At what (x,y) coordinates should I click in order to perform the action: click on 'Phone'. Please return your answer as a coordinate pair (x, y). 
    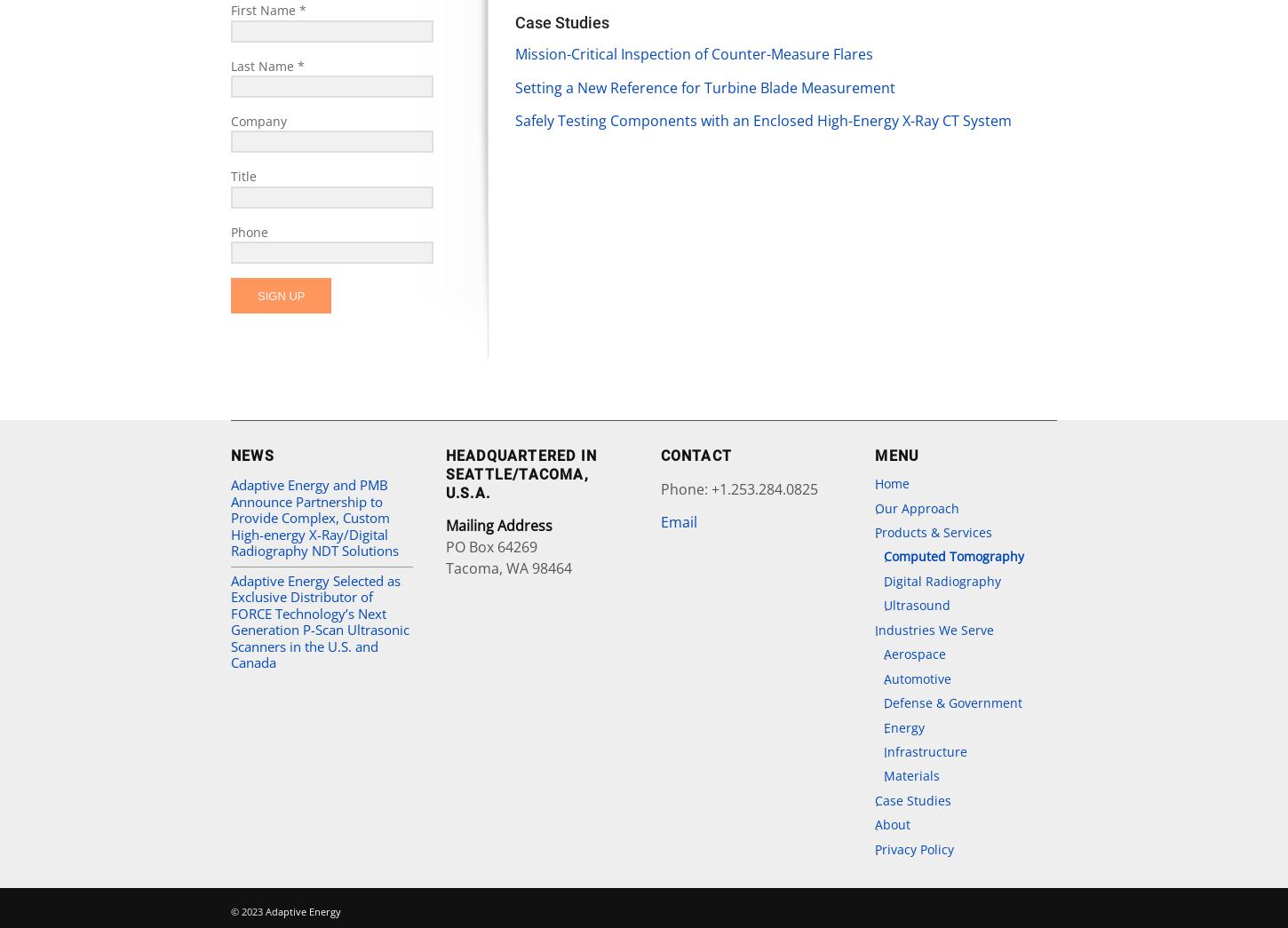
    Looking at the image, I should click on (250, 230).